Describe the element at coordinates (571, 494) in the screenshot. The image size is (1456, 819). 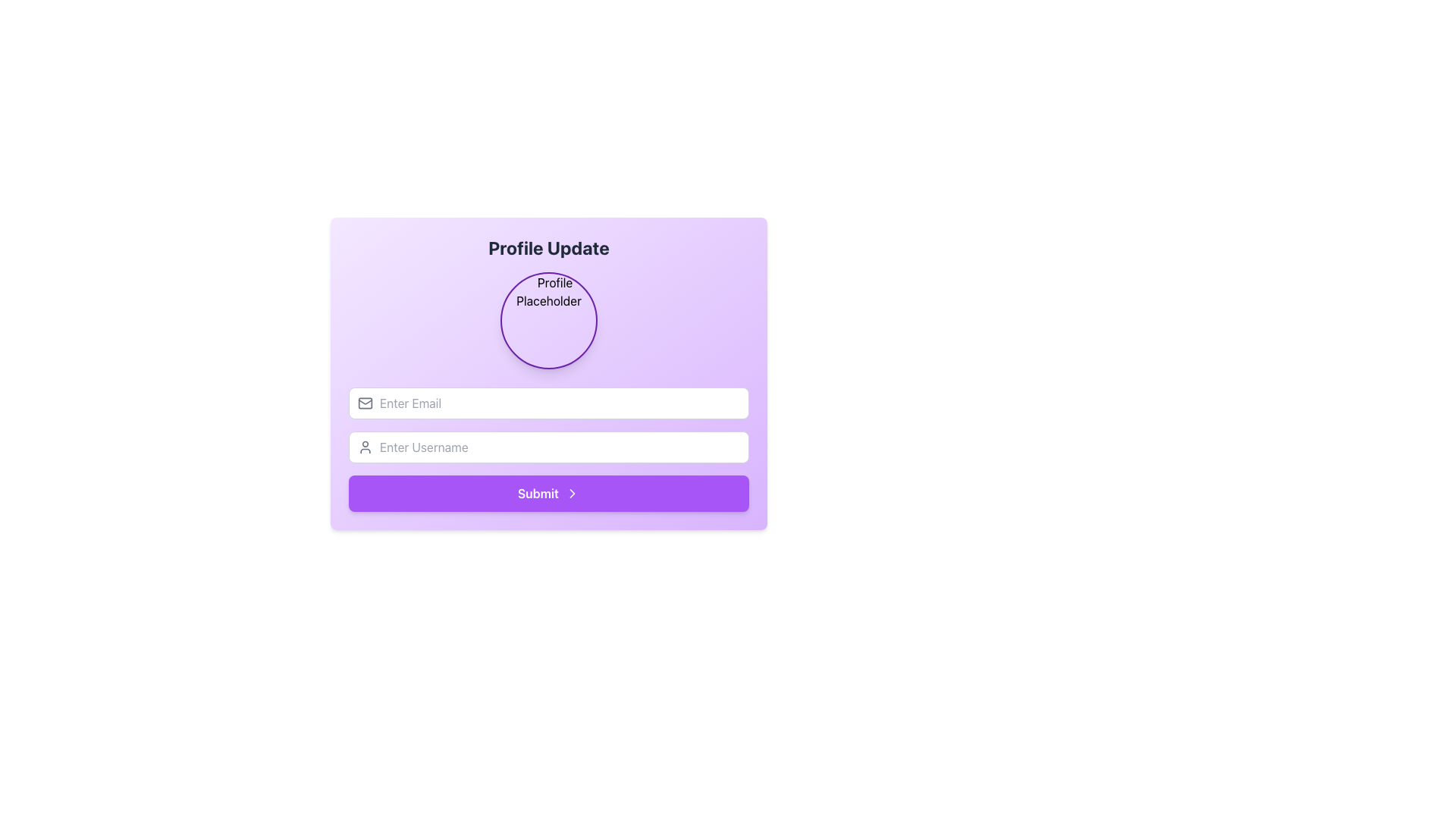
I see `the chevron icon located at the lower right side of the 'Submit' button to initiate navigation` at that location.